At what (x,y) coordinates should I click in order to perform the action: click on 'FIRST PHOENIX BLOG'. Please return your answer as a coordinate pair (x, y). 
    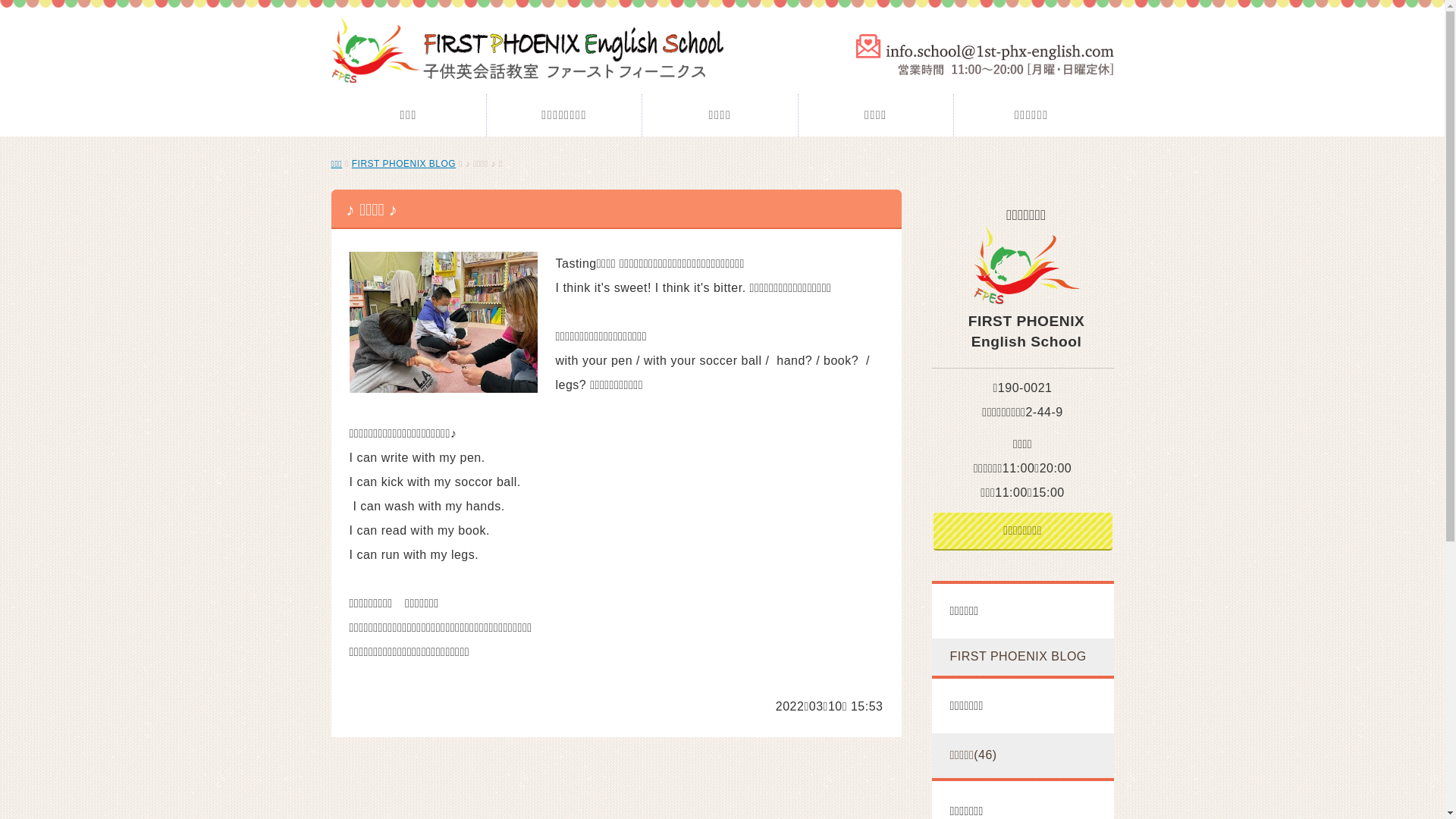
    Looking at the image, I should click on (1022, 656).